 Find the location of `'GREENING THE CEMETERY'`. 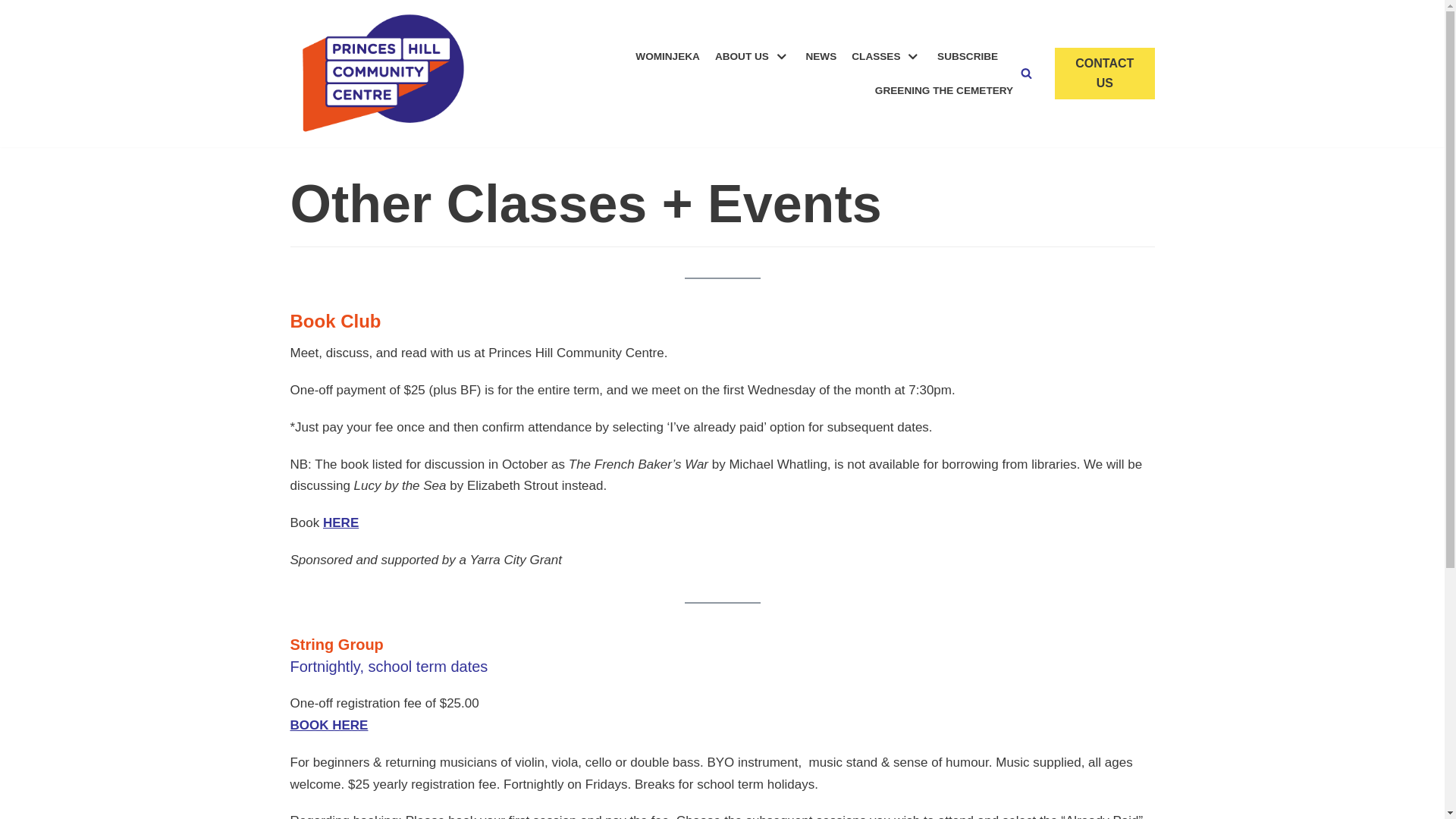

'GREENING THE CEMETERY' is located at coordinates (943, 90).